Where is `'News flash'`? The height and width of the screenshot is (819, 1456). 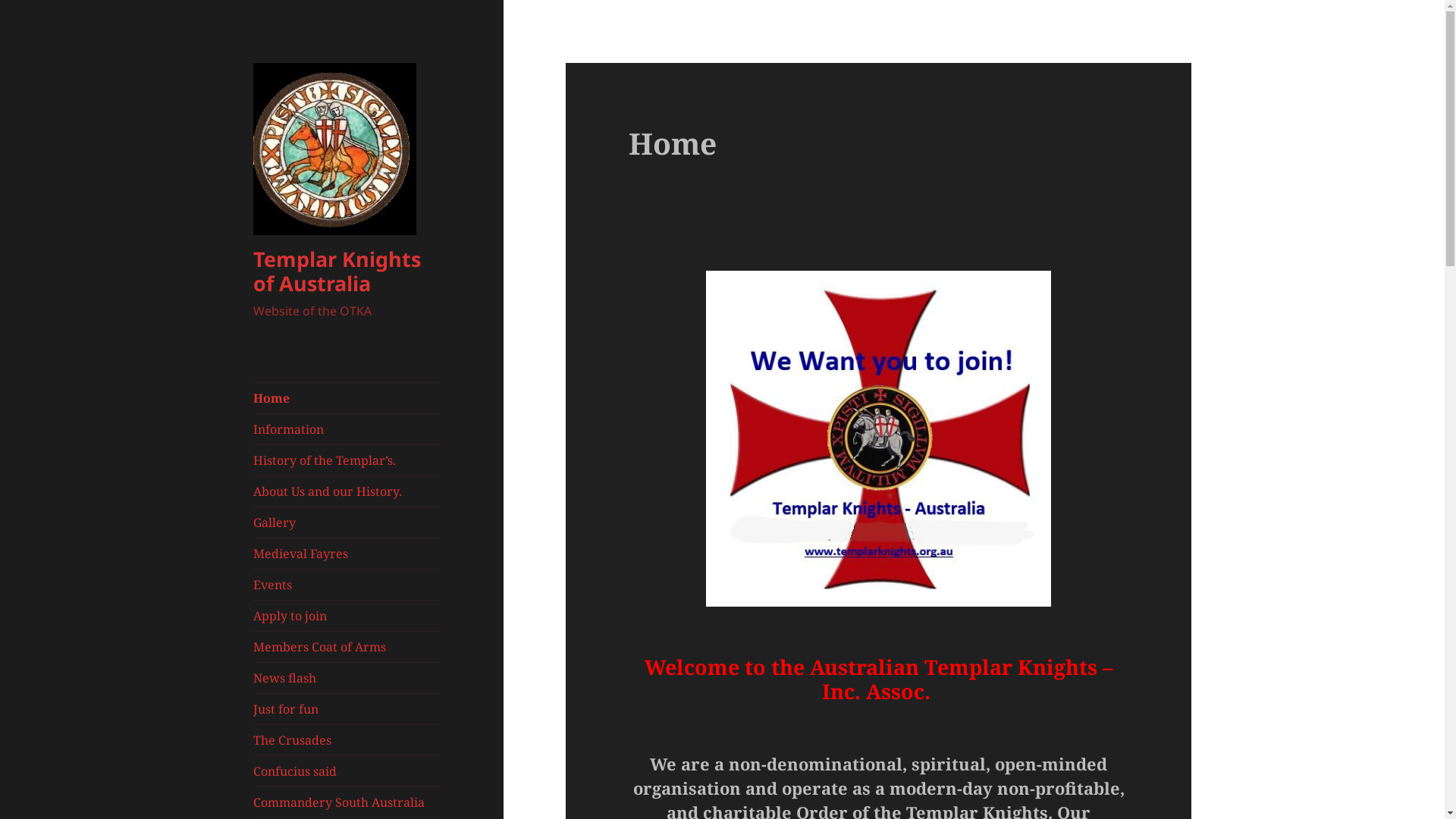 'News flash' is located at coordinates (346, 677).